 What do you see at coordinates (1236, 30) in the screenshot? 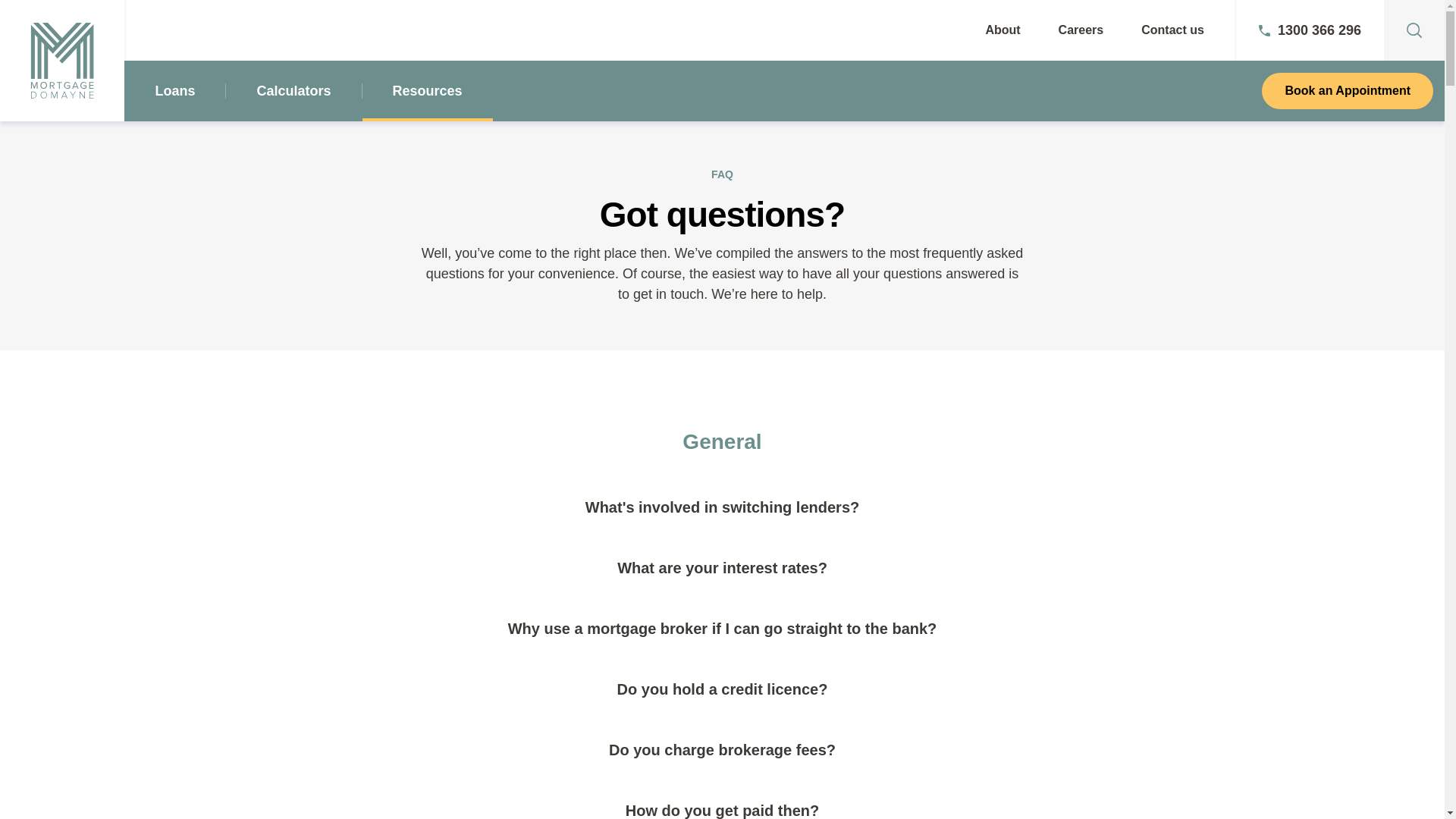
I see `'1300 366 296'` at bounding box center [1236, 30].